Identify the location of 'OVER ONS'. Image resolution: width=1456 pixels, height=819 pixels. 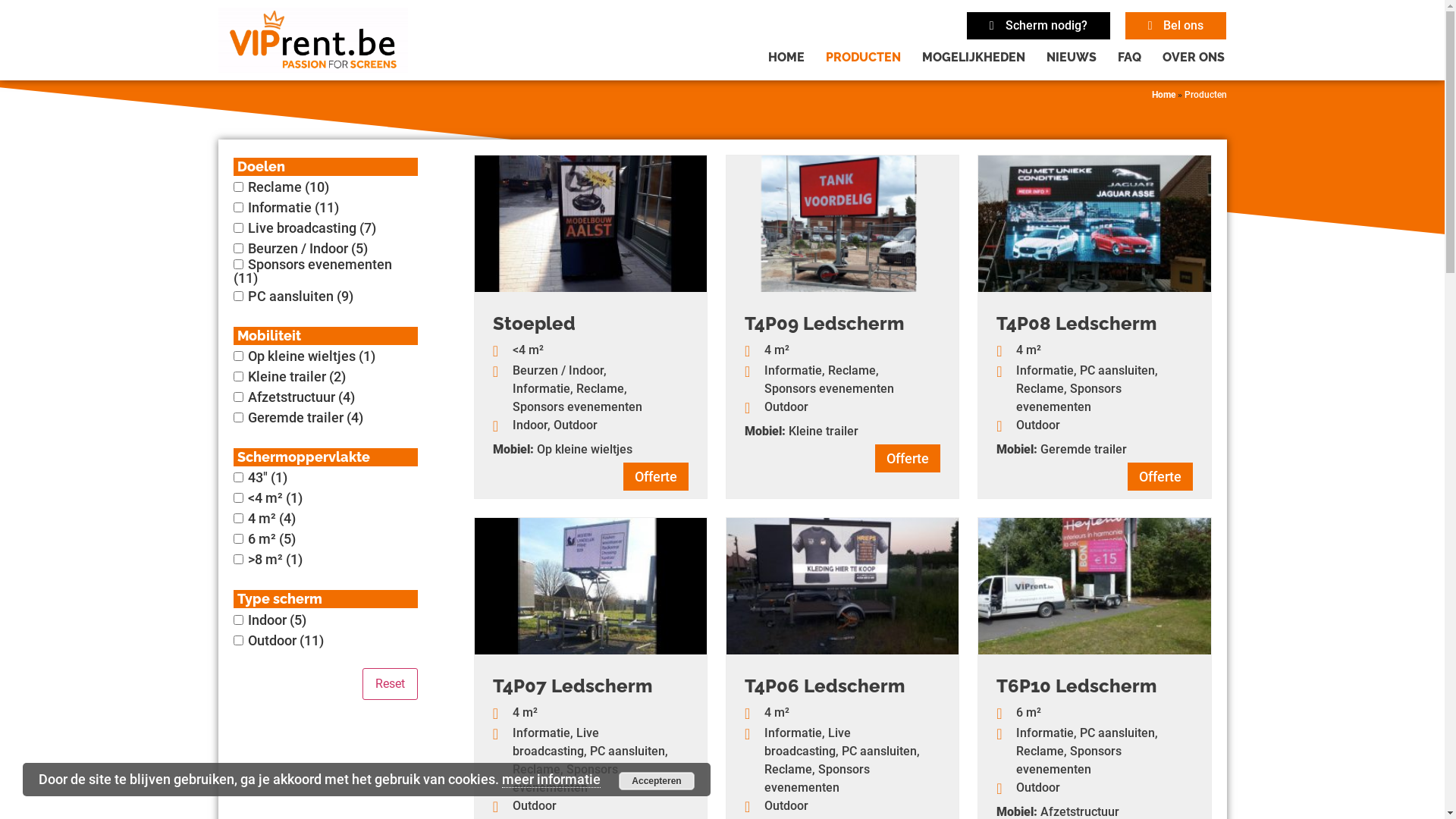
(1160, 57).